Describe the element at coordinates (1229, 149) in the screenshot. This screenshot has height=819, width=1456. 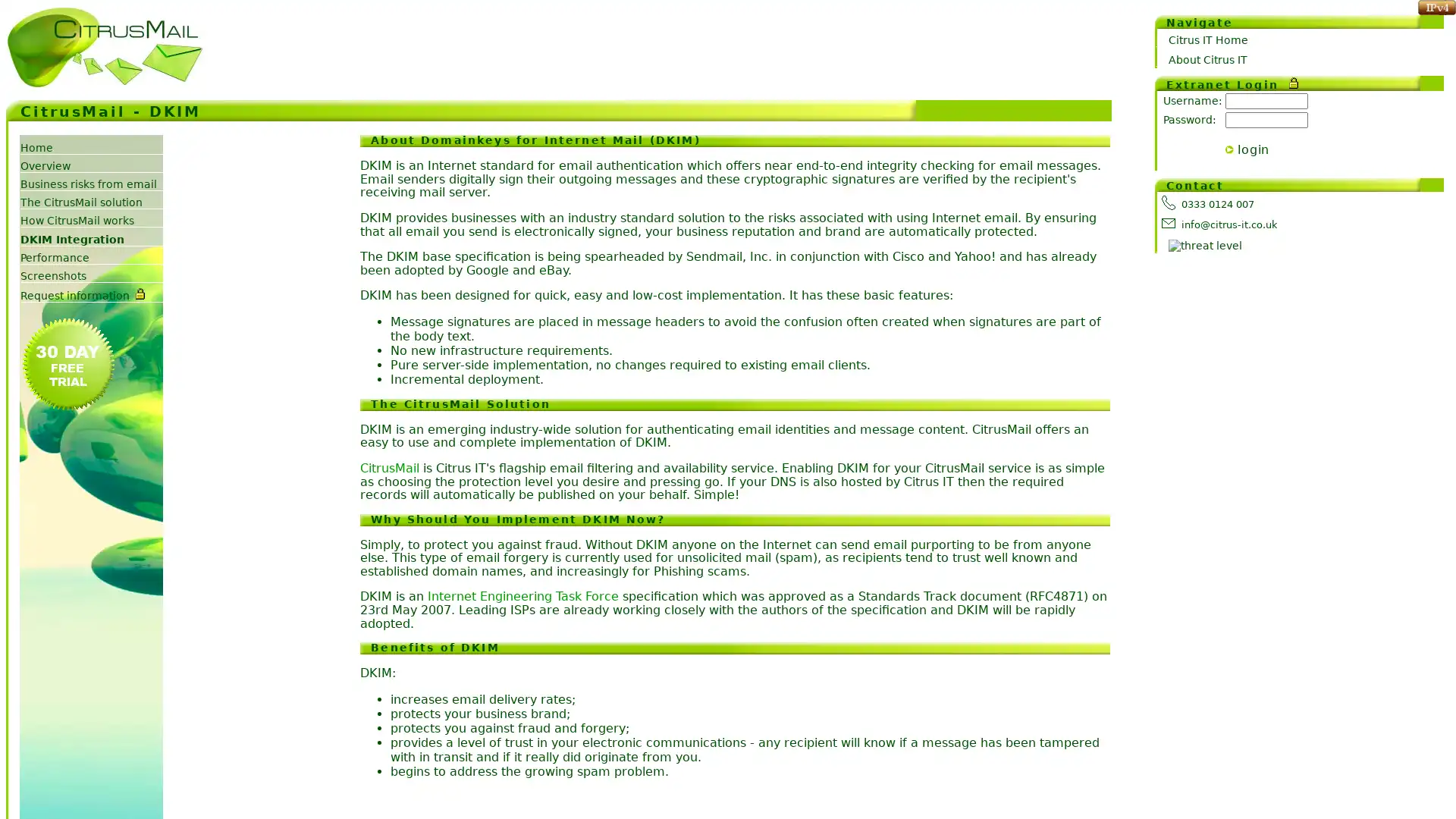
I see `>` at that location.